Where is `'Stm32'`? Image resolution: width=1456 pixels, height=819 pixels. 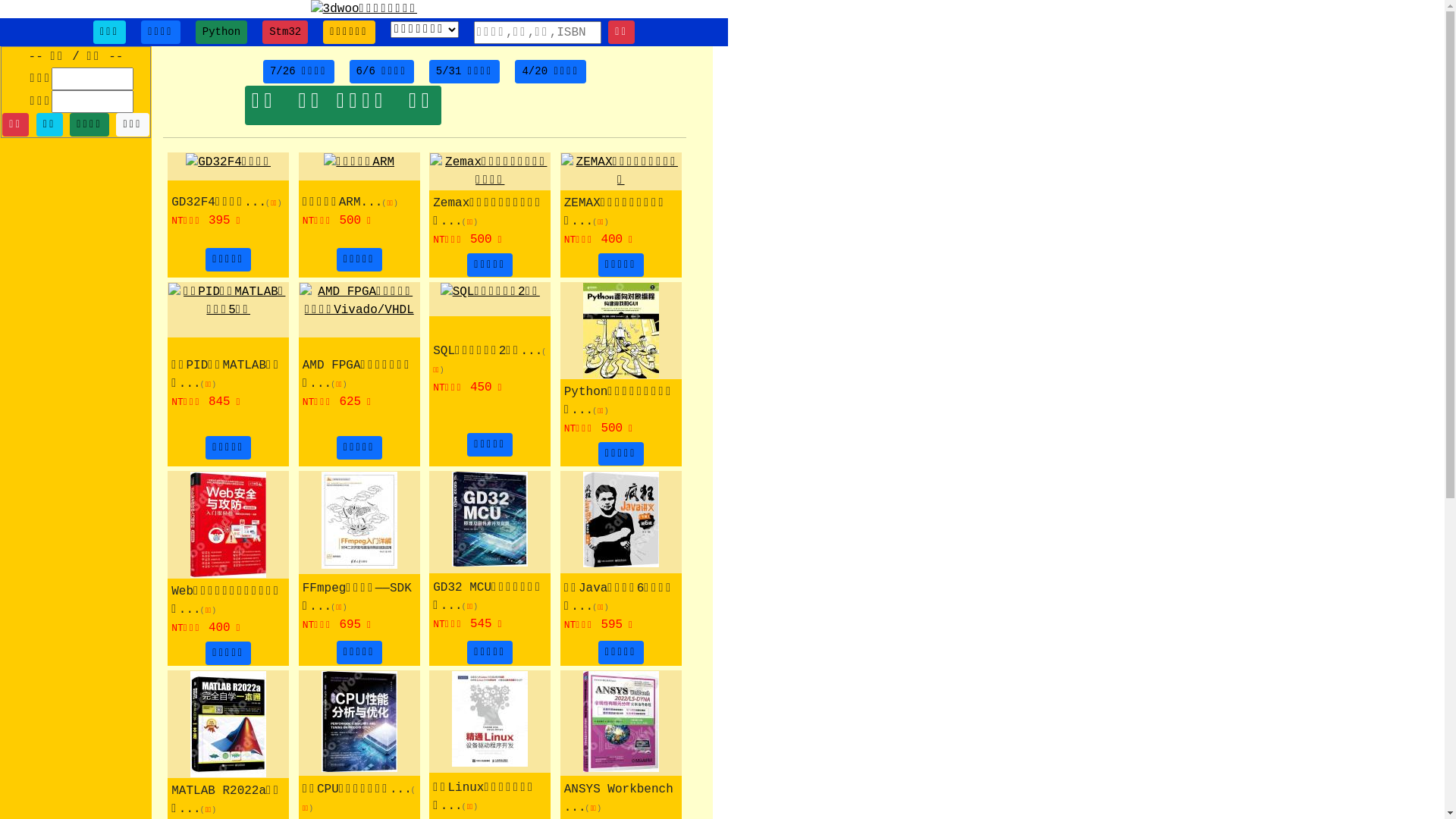 'Stm32' is located at coordinates (284, 32).